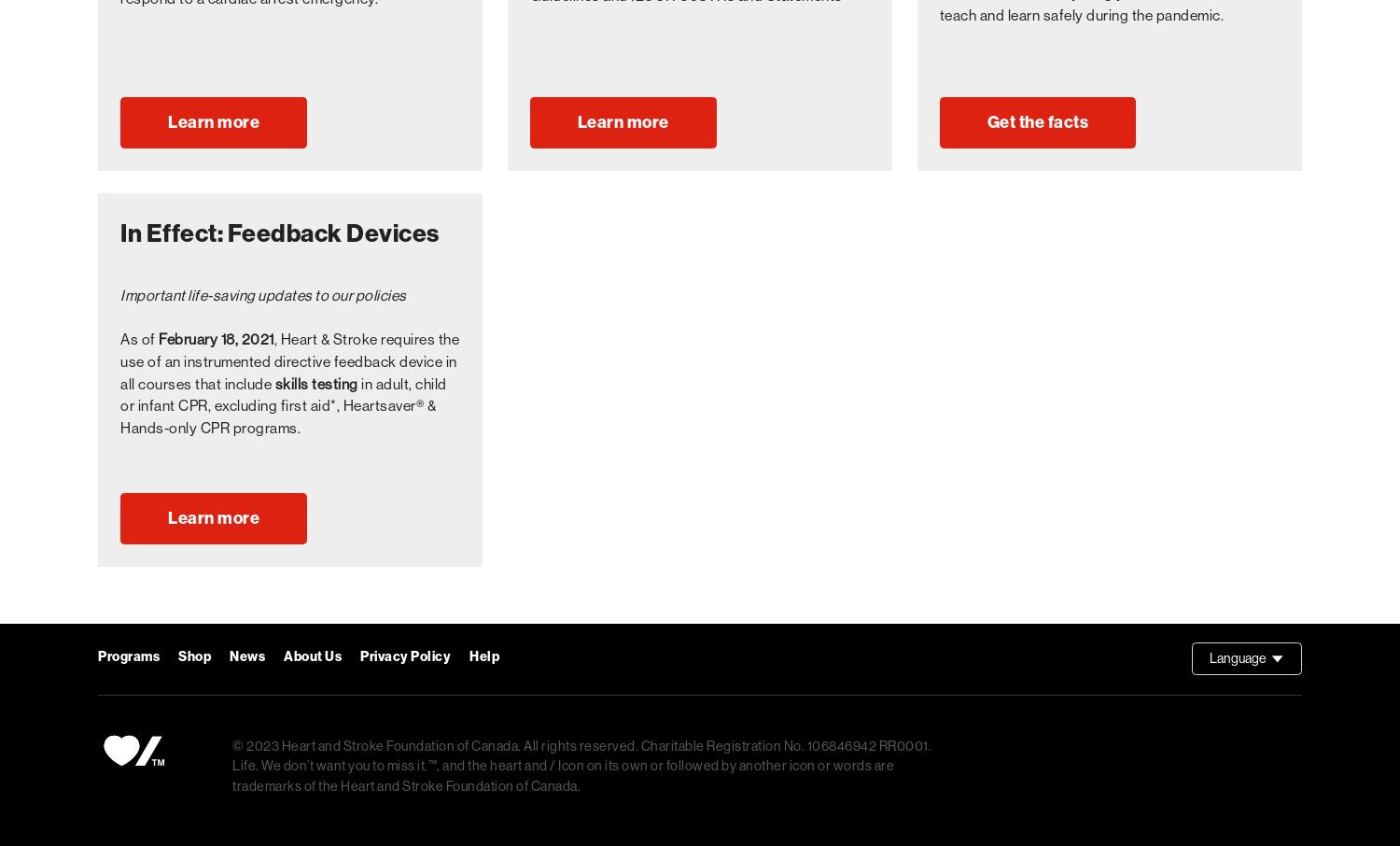 This screenshot has height=846, width=1400. Describe the element at coordinates (247, 656) in the screenshot. I see `'News'` at that location.